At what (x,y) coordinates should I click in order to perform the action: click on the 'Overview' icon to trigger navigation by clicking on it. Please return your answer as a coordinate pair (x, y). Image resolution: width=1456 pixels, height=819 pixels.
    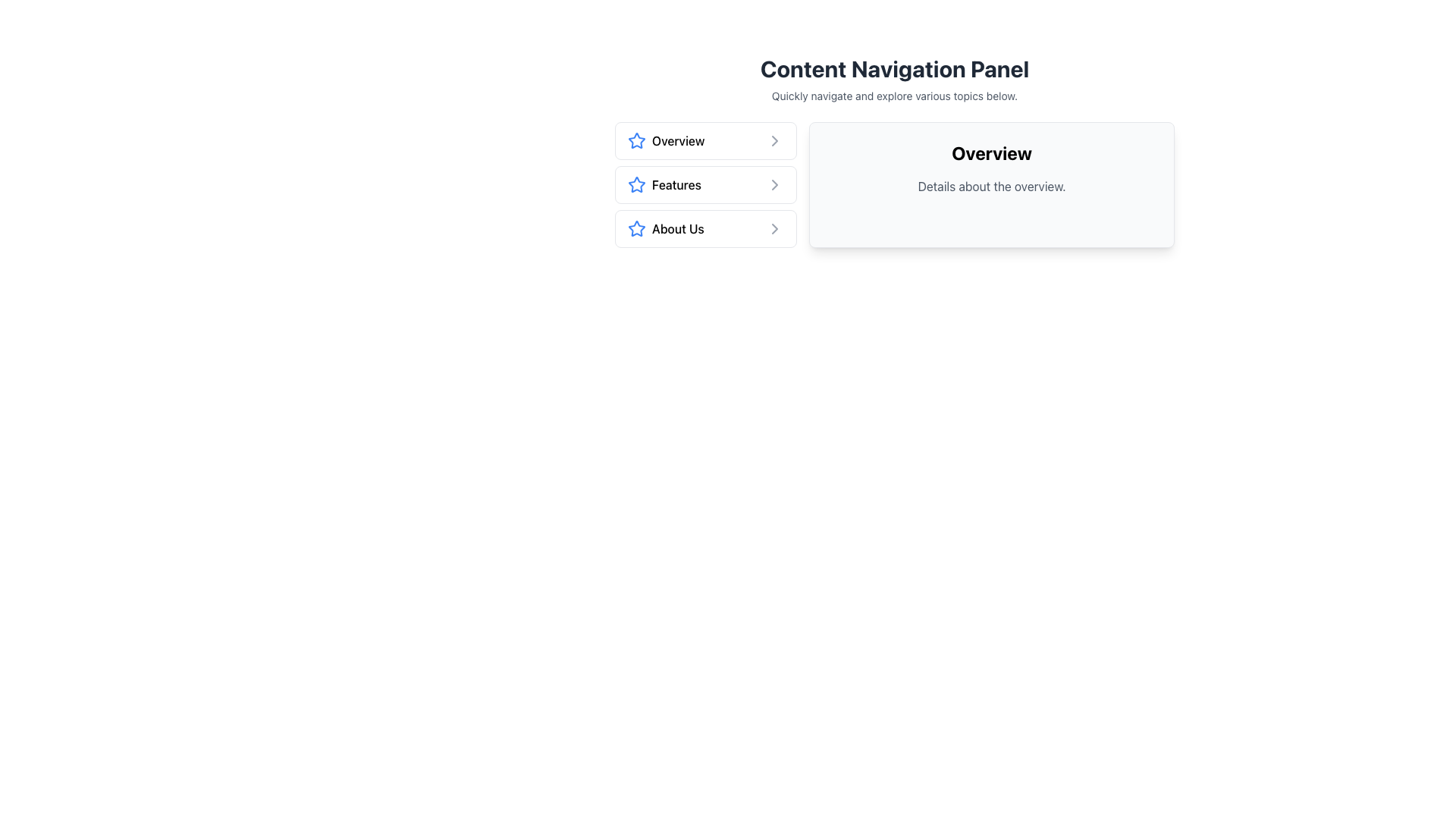
    Looking at the image, I should click on (637, 140).